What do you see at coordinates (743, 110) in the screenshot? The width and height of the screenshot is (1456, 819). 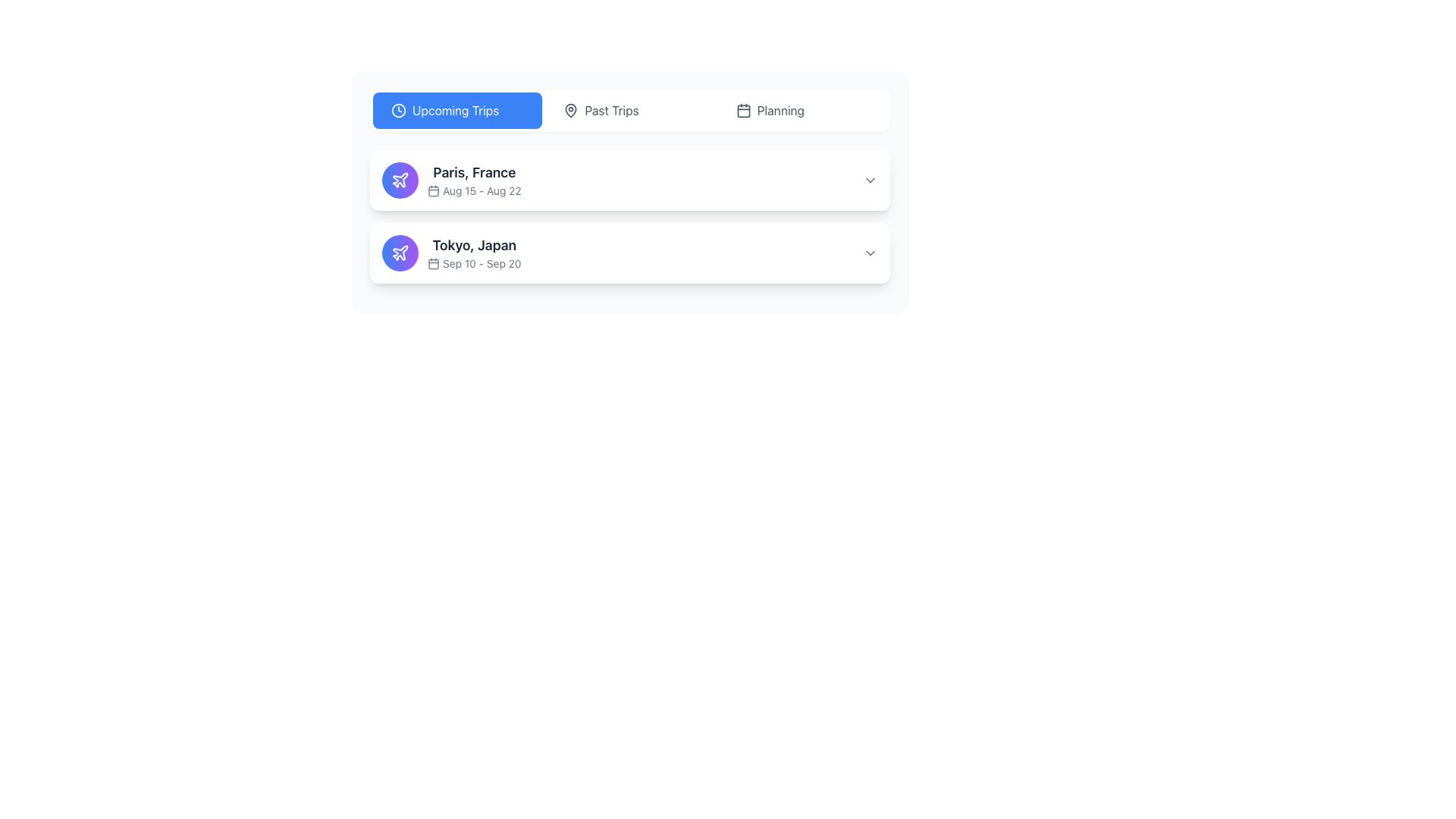 I see `the internal rectangle of the calendar icon located within the 'Planning' tab in the top navigation bar, which is positioned to the right of the 'Upcoming Trips' and 'Past Trips' tabs` at bounding box center [743, 110].